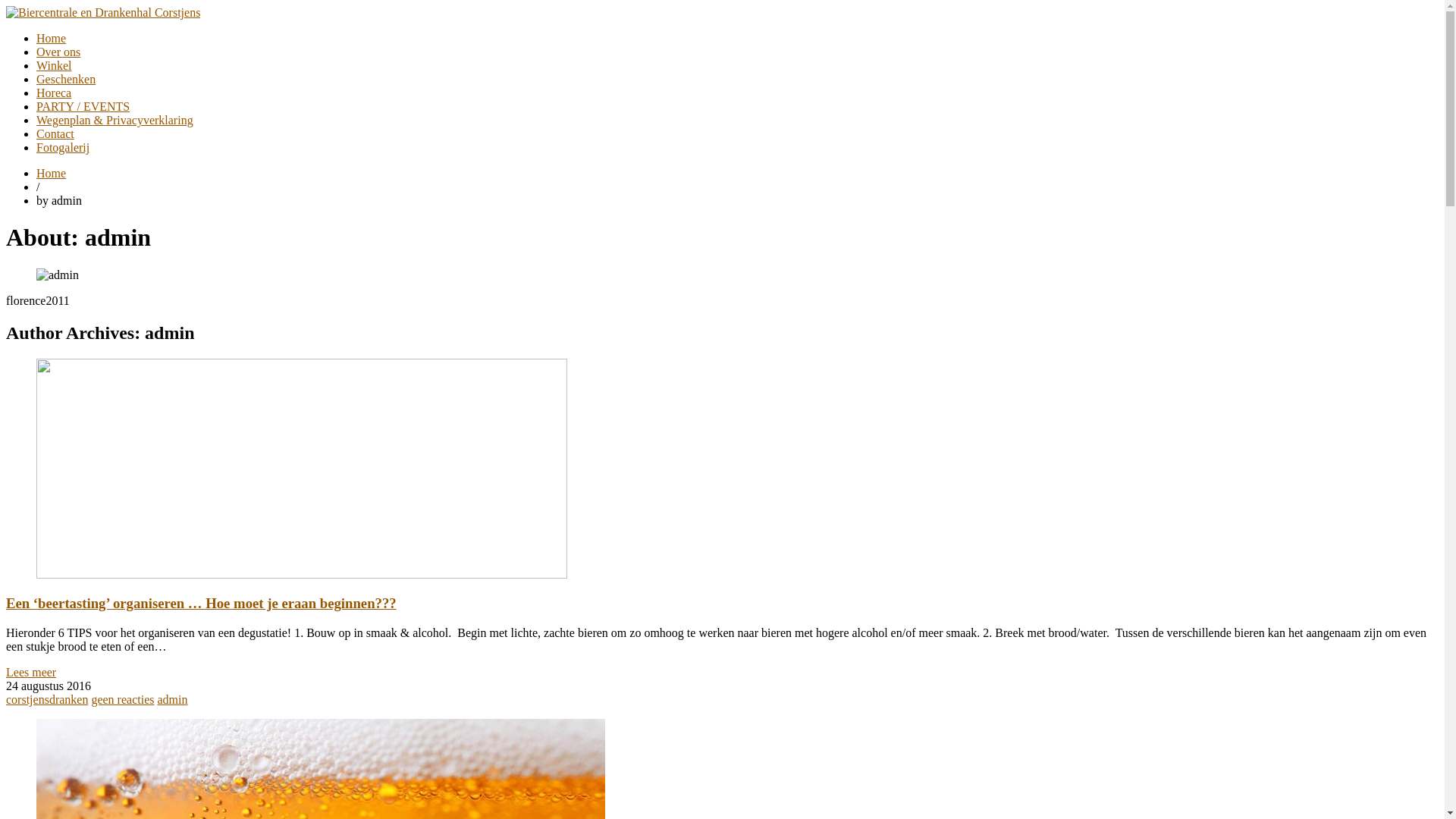 The width and height of the screenshot is (1456, 819). Describe the element at coordinates (122, 699) in the screenshot. I see `'geen reacties'` at that location.